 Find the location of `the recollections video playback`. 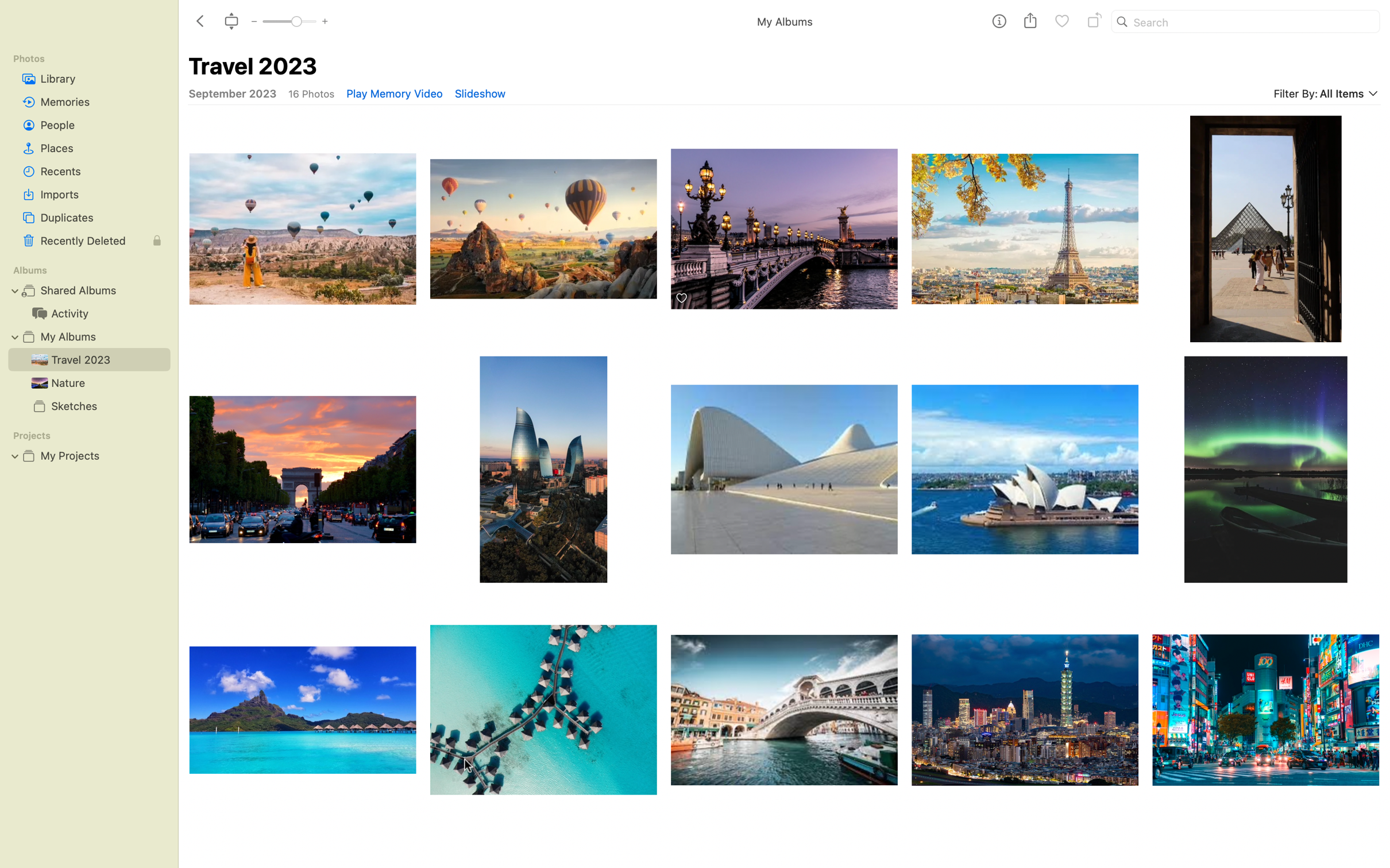

the recollections video playback is located at coordinates (393, 93).